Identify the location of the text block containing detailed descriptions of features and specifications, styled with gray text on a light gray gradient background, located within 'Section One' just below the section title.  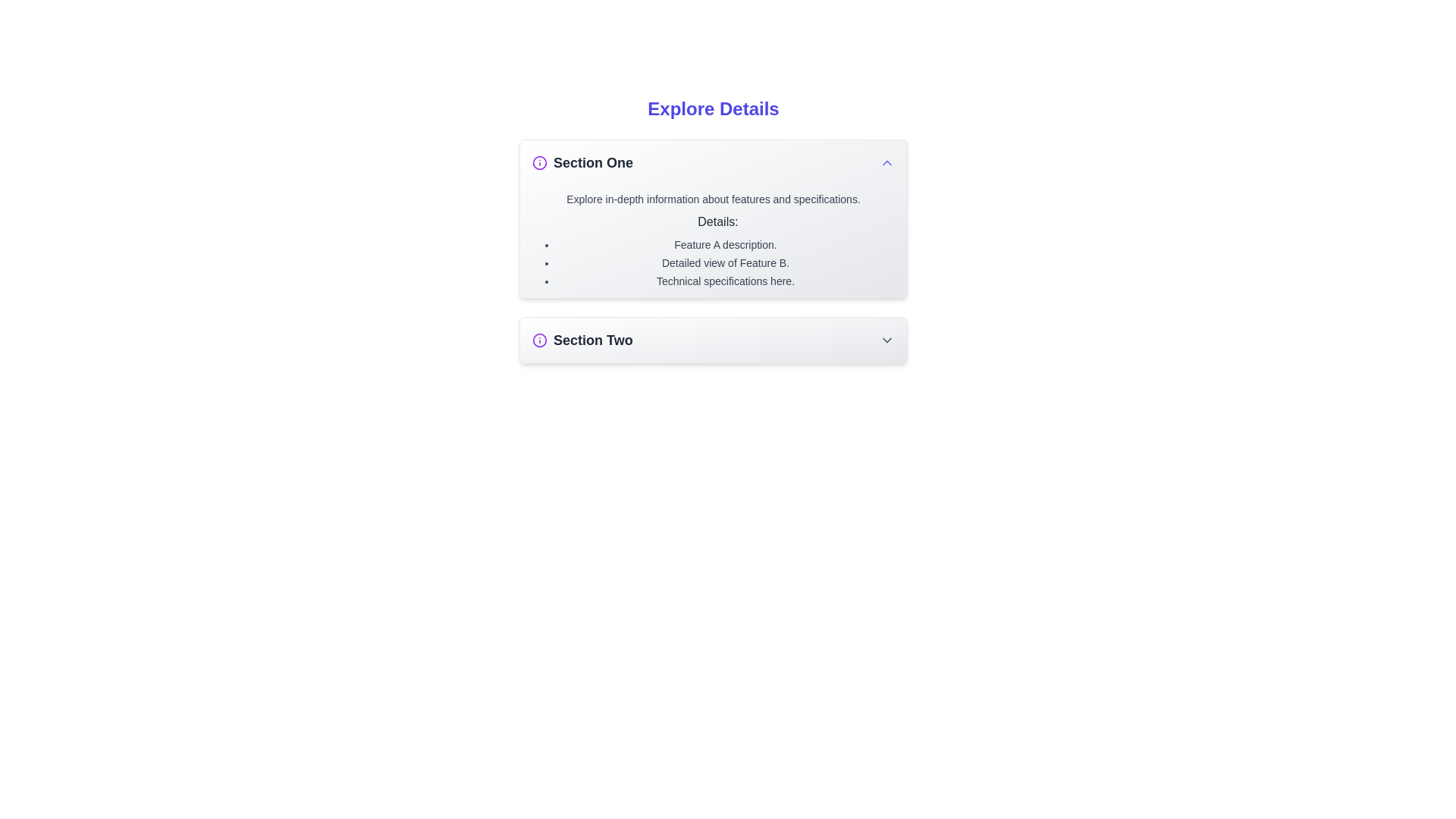
(712, 241).